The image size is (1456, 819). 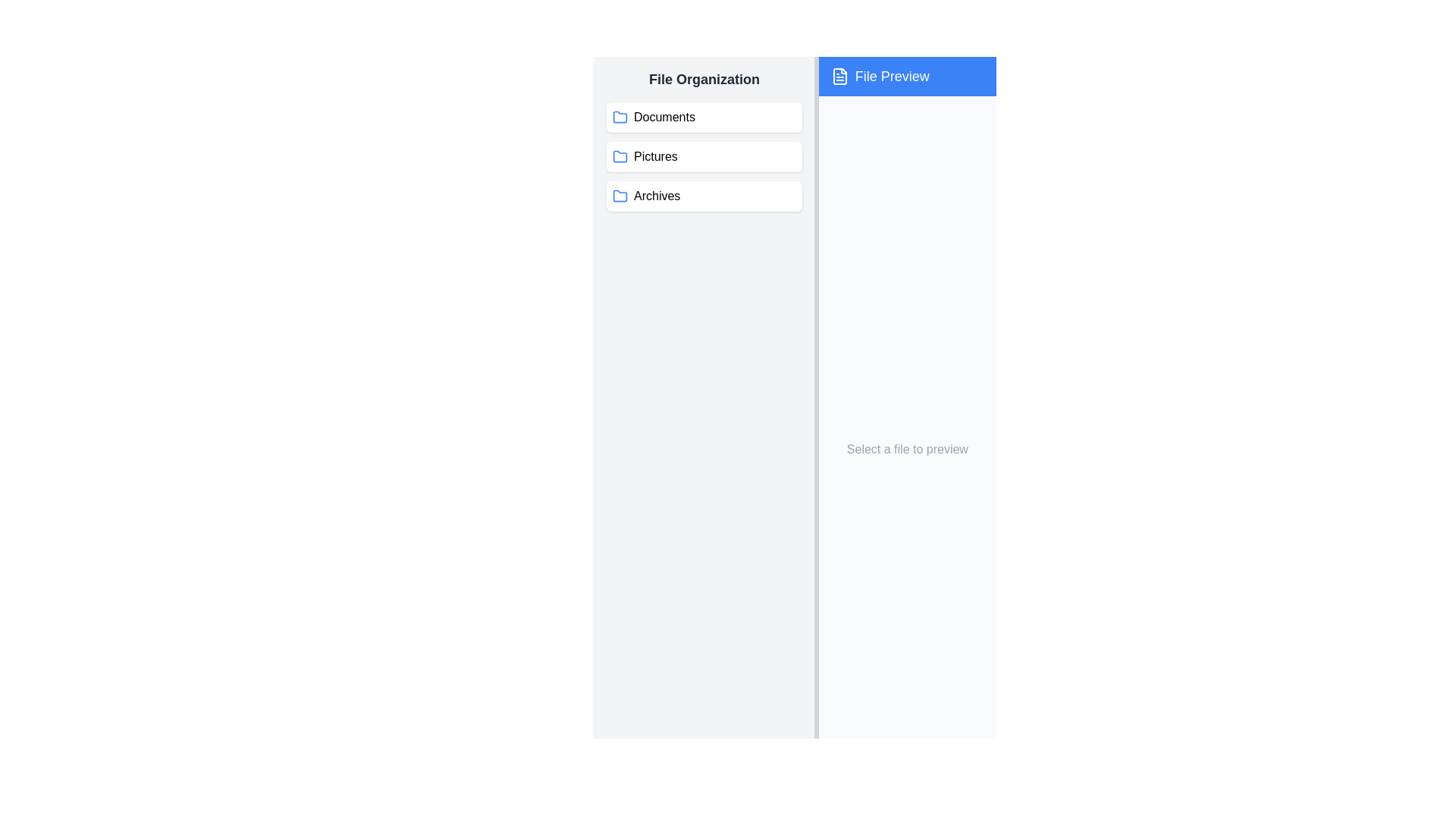 What do you see at coordinates (704, 157) in the screenshot?
I see `the 'Pictures' button, which is the second option in the 'File Organization' category` at bounding box center [704, 157].